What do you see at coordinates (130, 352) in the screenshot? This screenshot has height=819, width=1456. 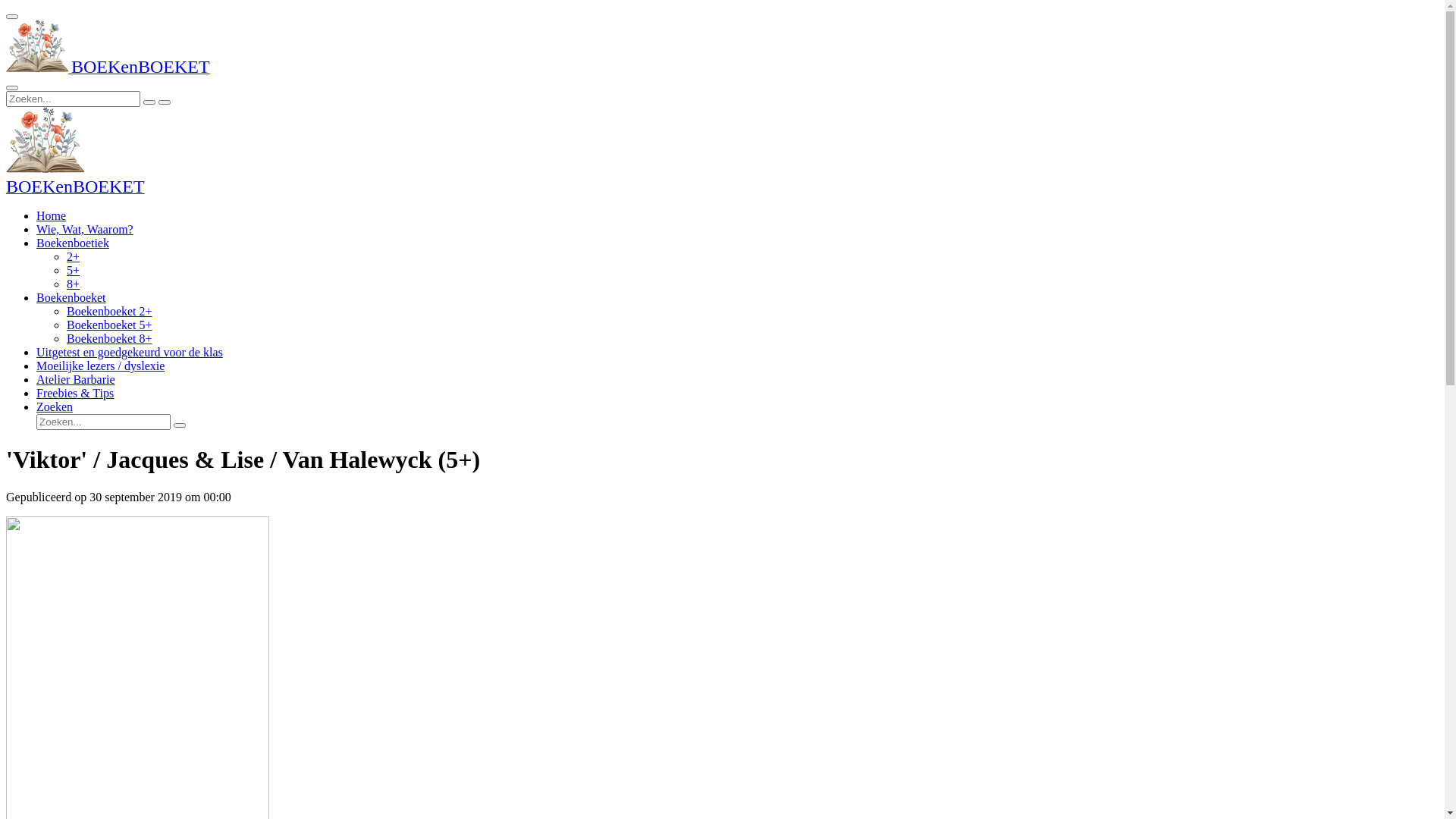 I see `'Uitgetest en goedgekeurd voor de klas'` at bounding box center [130, 352].